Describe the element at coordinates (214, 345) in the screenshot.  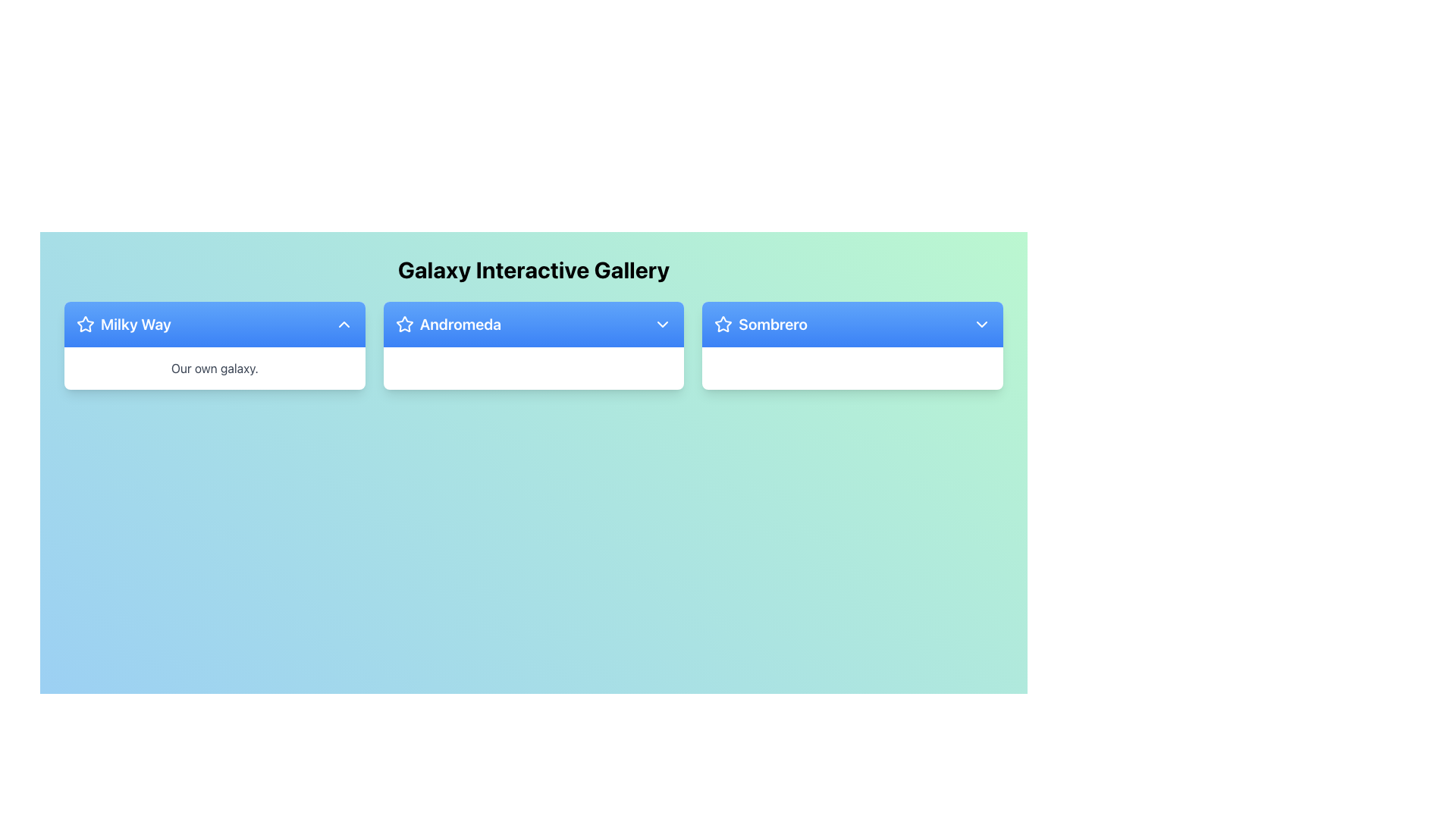
I see `the Information Card displaying 'Milky Way' with a blue title banner and a white background, positioned at the top left corner of the grid layout` at that location.